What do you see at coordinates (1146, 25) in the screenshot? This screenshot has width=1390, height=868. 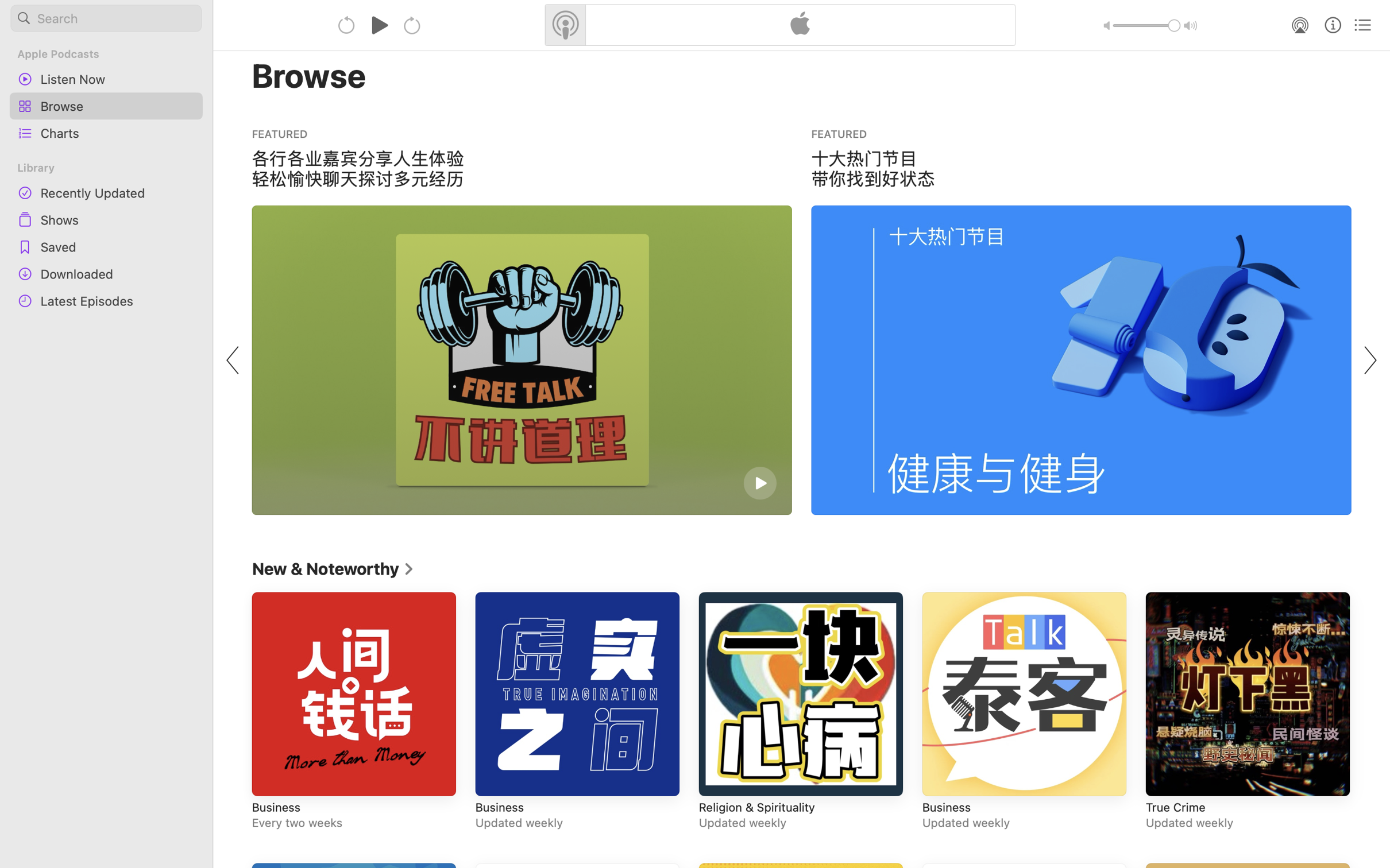 I see `'1.0'` at bounding box center [1146, 25].